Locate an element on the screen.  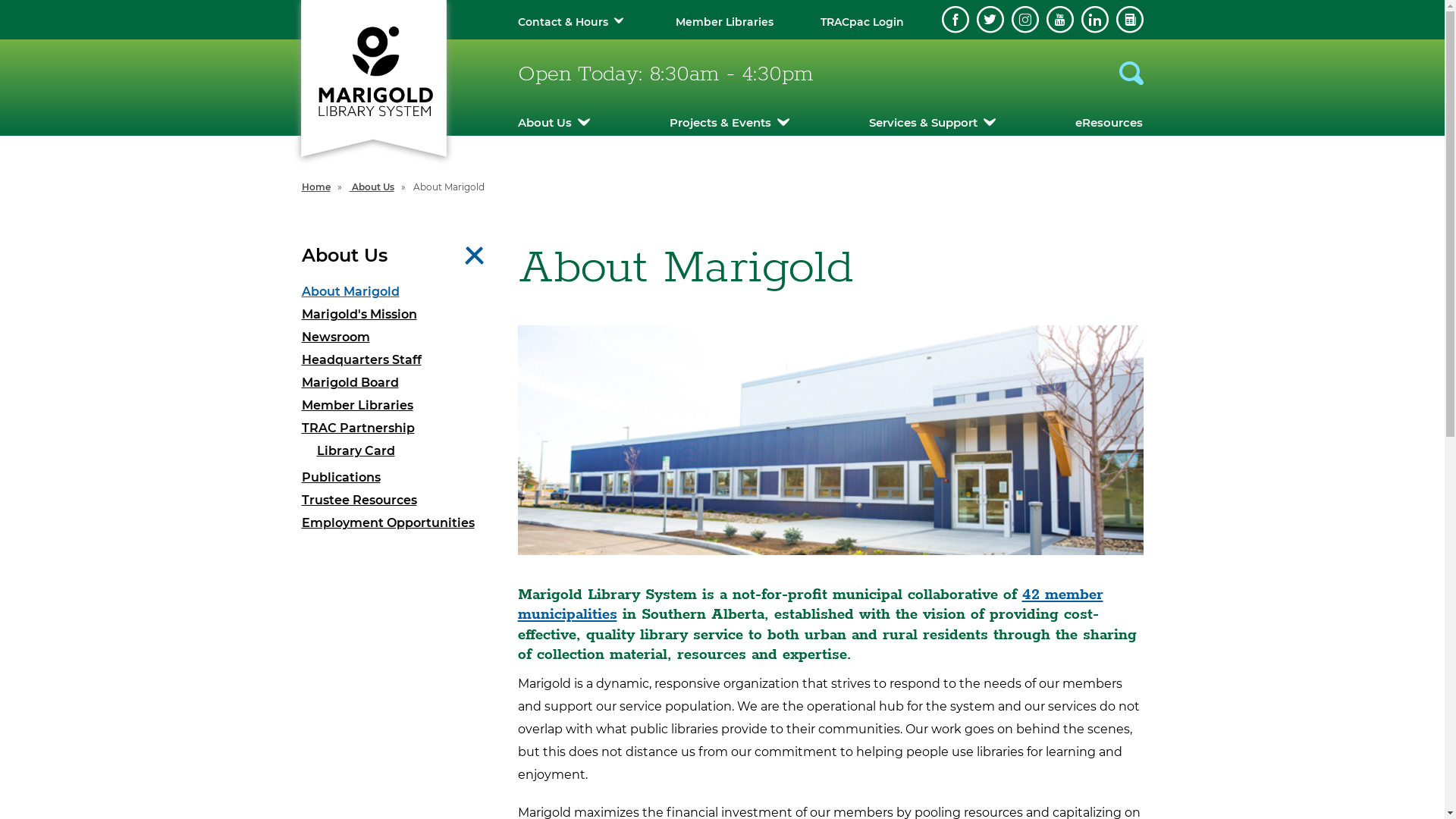
'Library Card' is located at coordinates (406, 450).